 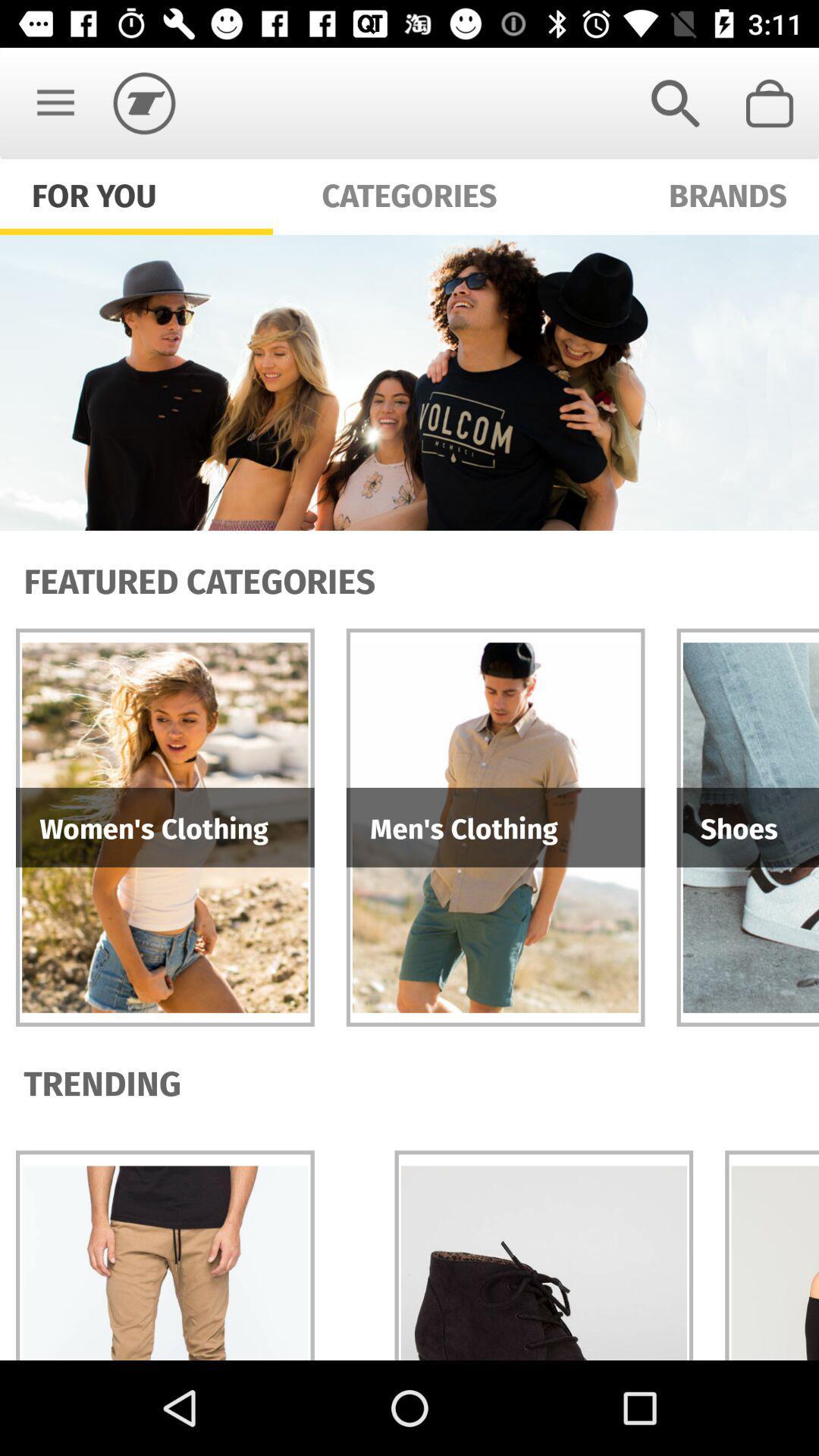 I want to click on the for you, so click(x=94, y=193).